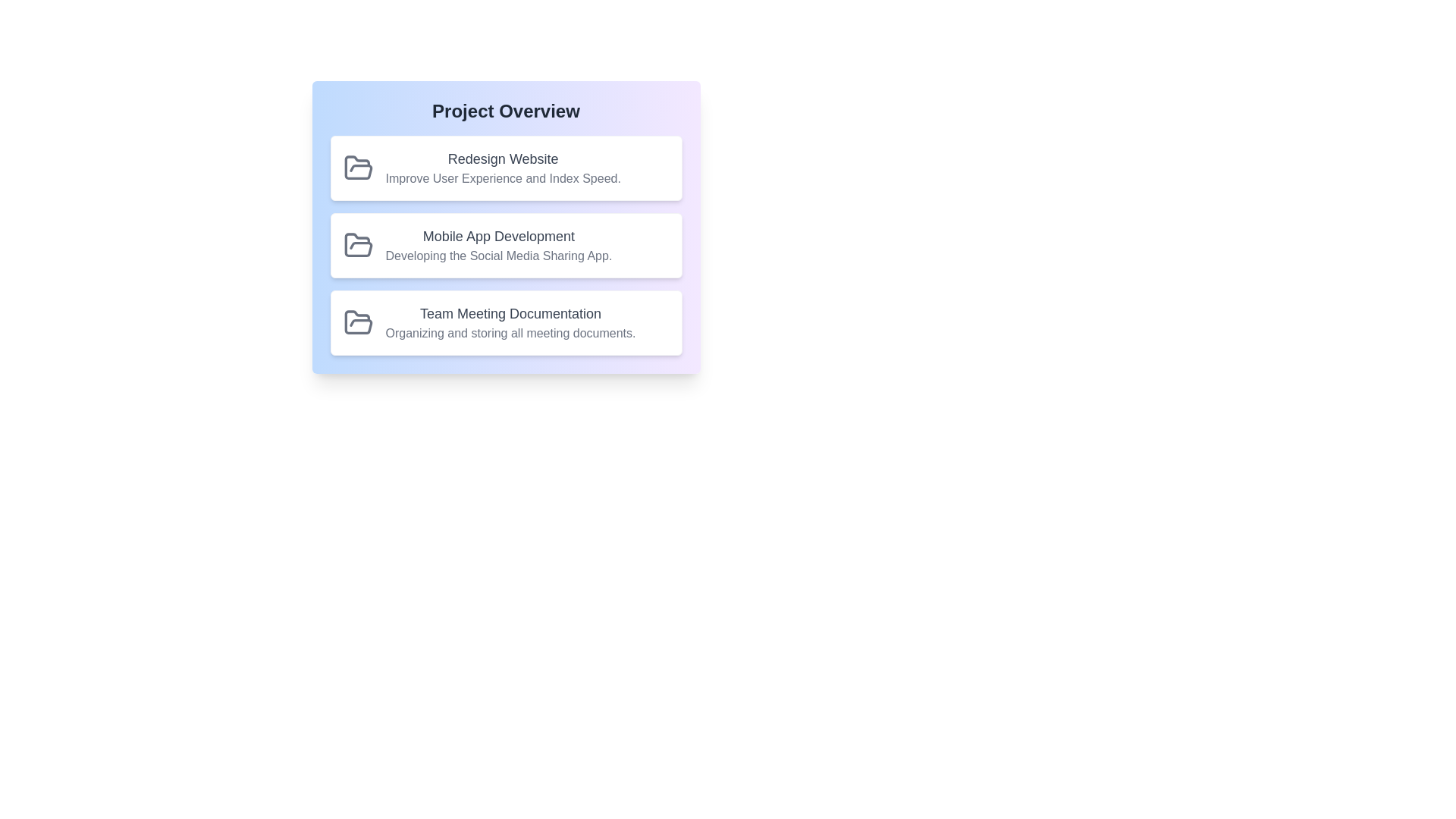 This screenshot has width=1456, height=819. What do you see at coordinates (506, 168) in the screenshot?
I see `the project with ID 1 to observe its visual style` at bounding box center [506, 168].